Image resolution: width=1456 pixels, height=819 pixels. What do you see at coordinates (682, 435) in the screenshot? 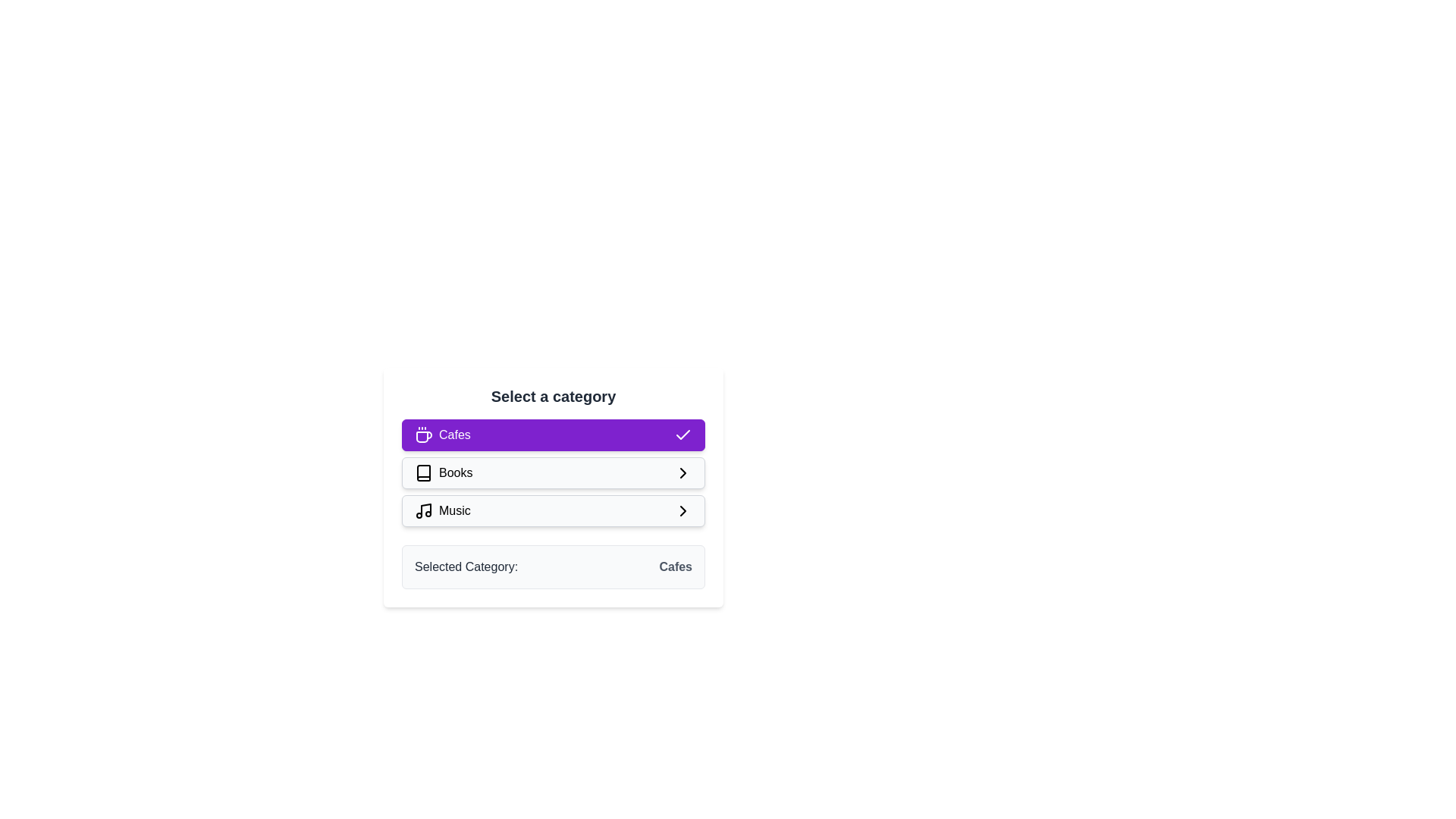
I see `the outlined check mark icon on the far-right side of the 'Cafes' button, which is highlighted in purple to indicate the selected state` at bounding box center [682, 435].